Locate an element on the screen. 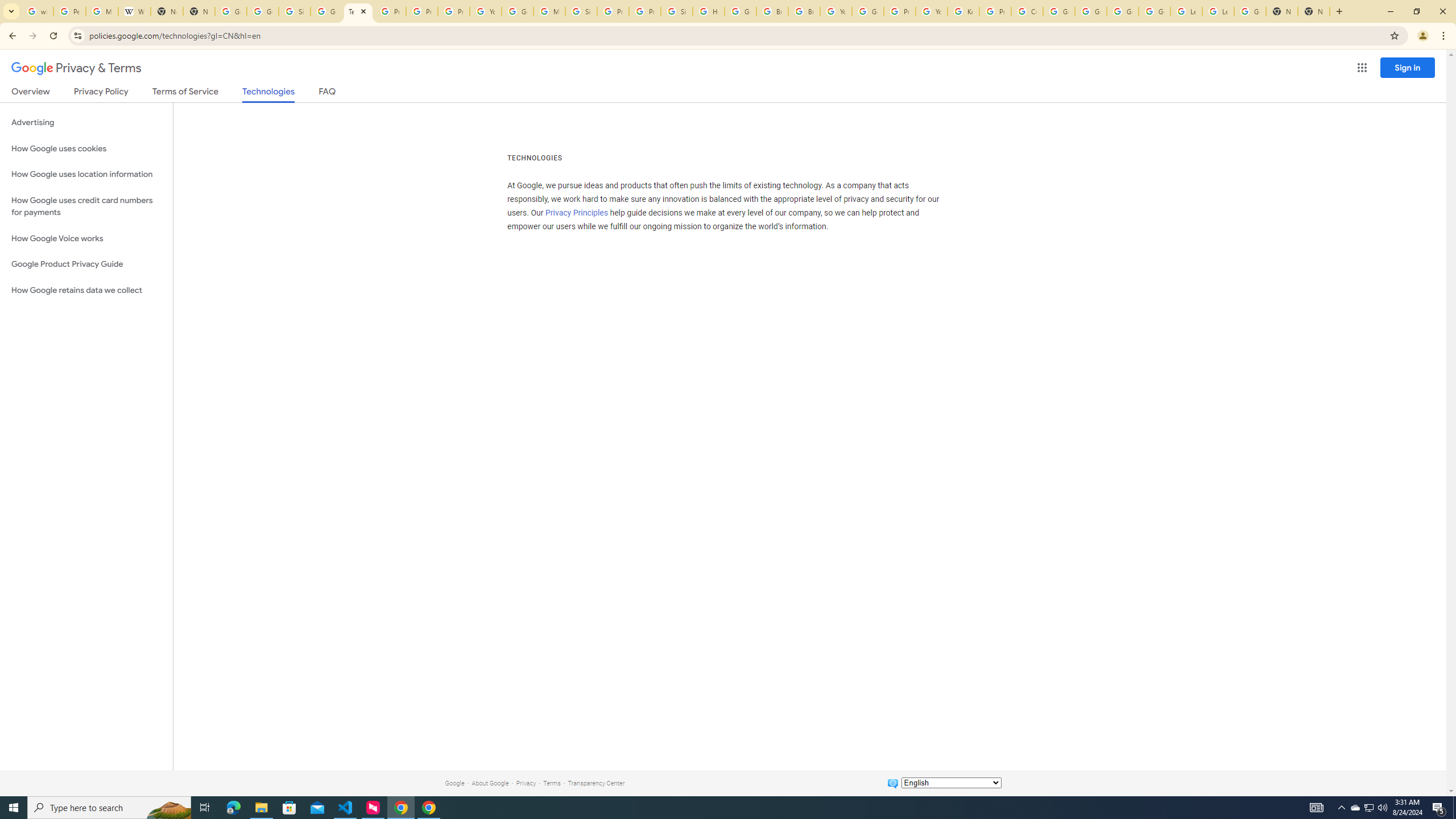 This screenshot has width=1456, height=819. 'How Google uses cookies' is located at coordinates (86, 148).